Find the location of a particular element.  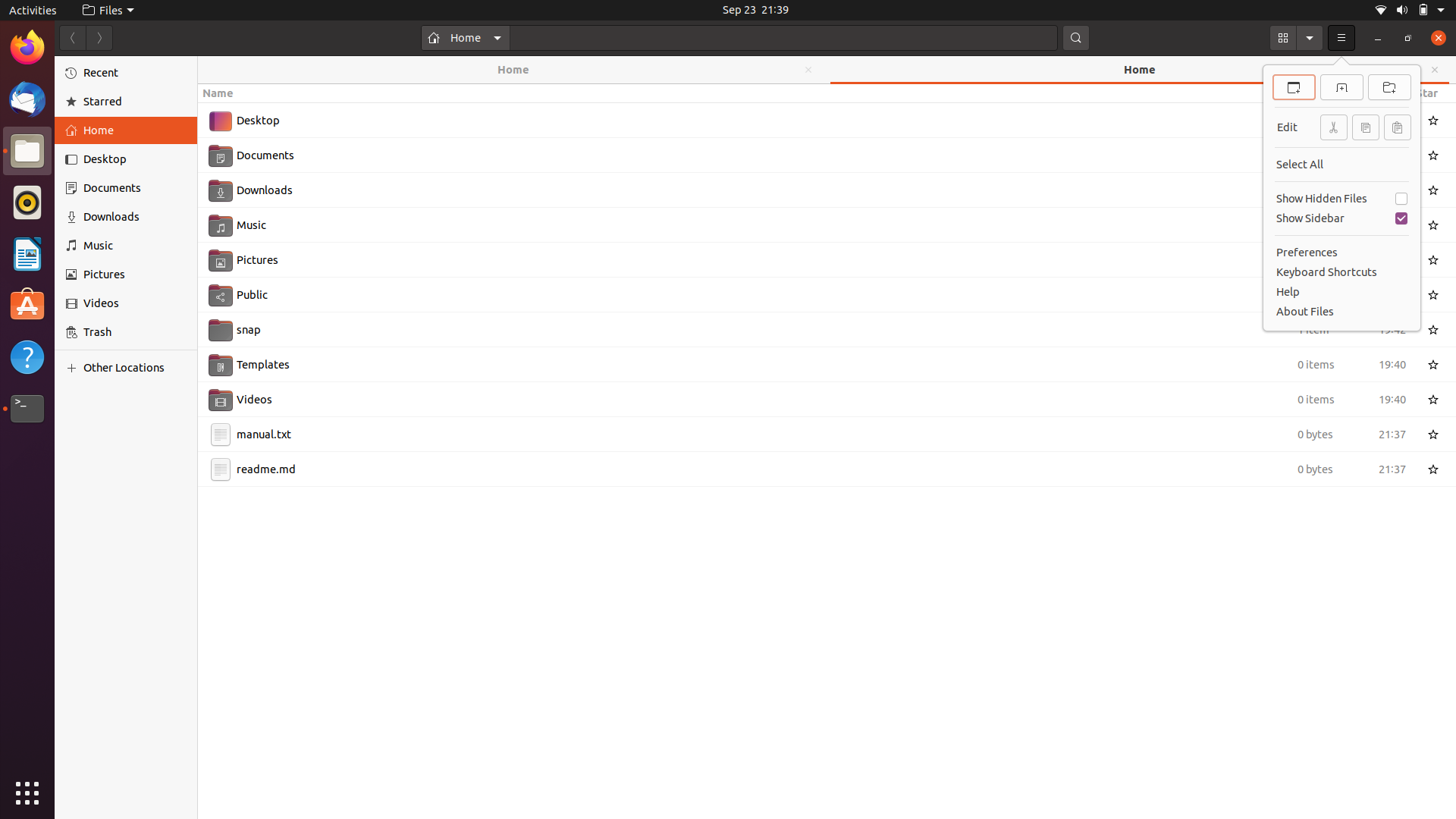

the second item in the menu using the mouse and keyboard is located at coordinates (1341, 37).